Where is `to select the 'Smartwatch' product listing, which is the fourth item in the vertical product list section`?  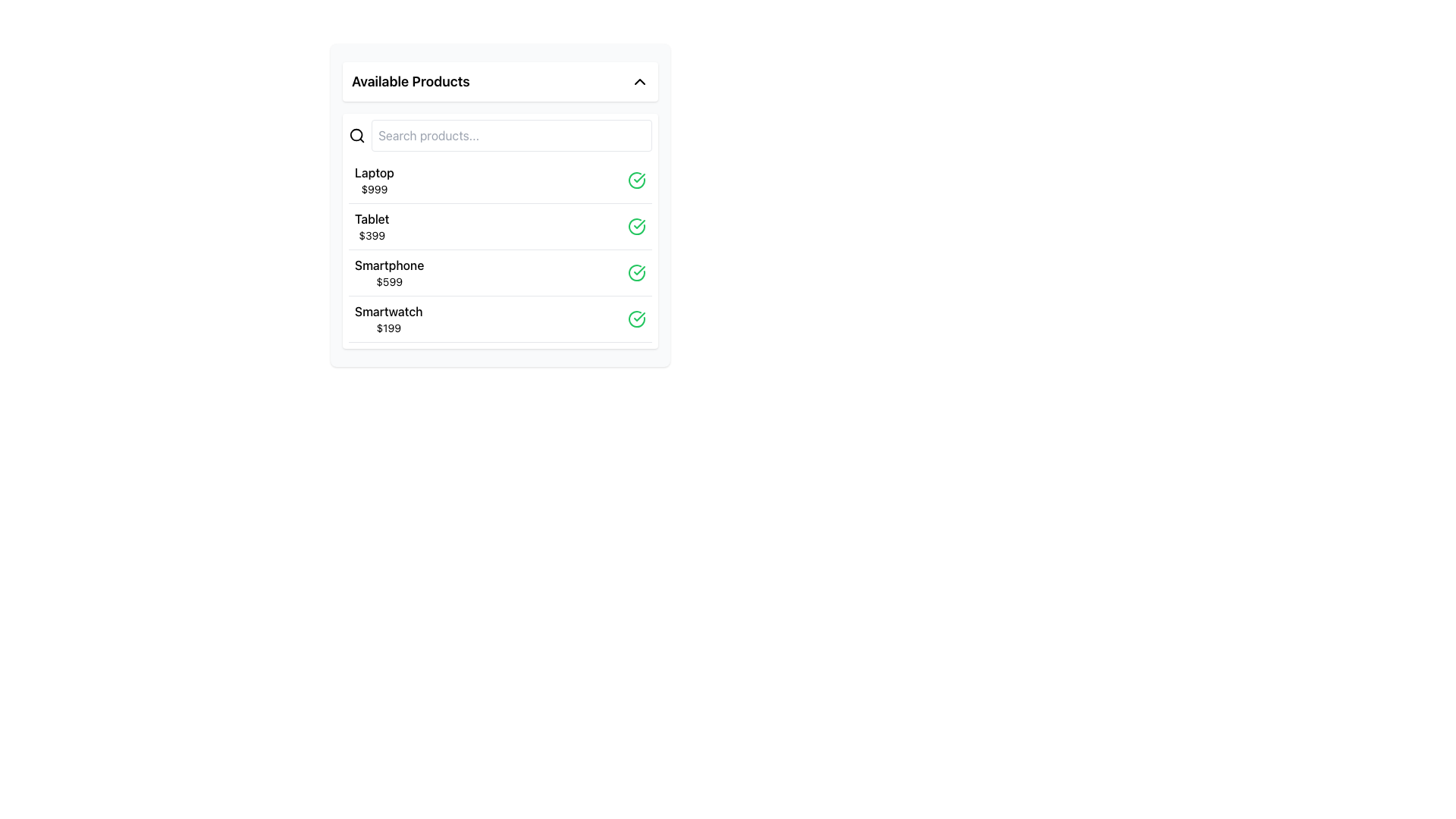
to select the 'Smartwatch' product listing, which is the fourth item in the vertical product list section is located at coordinates (500, 318).